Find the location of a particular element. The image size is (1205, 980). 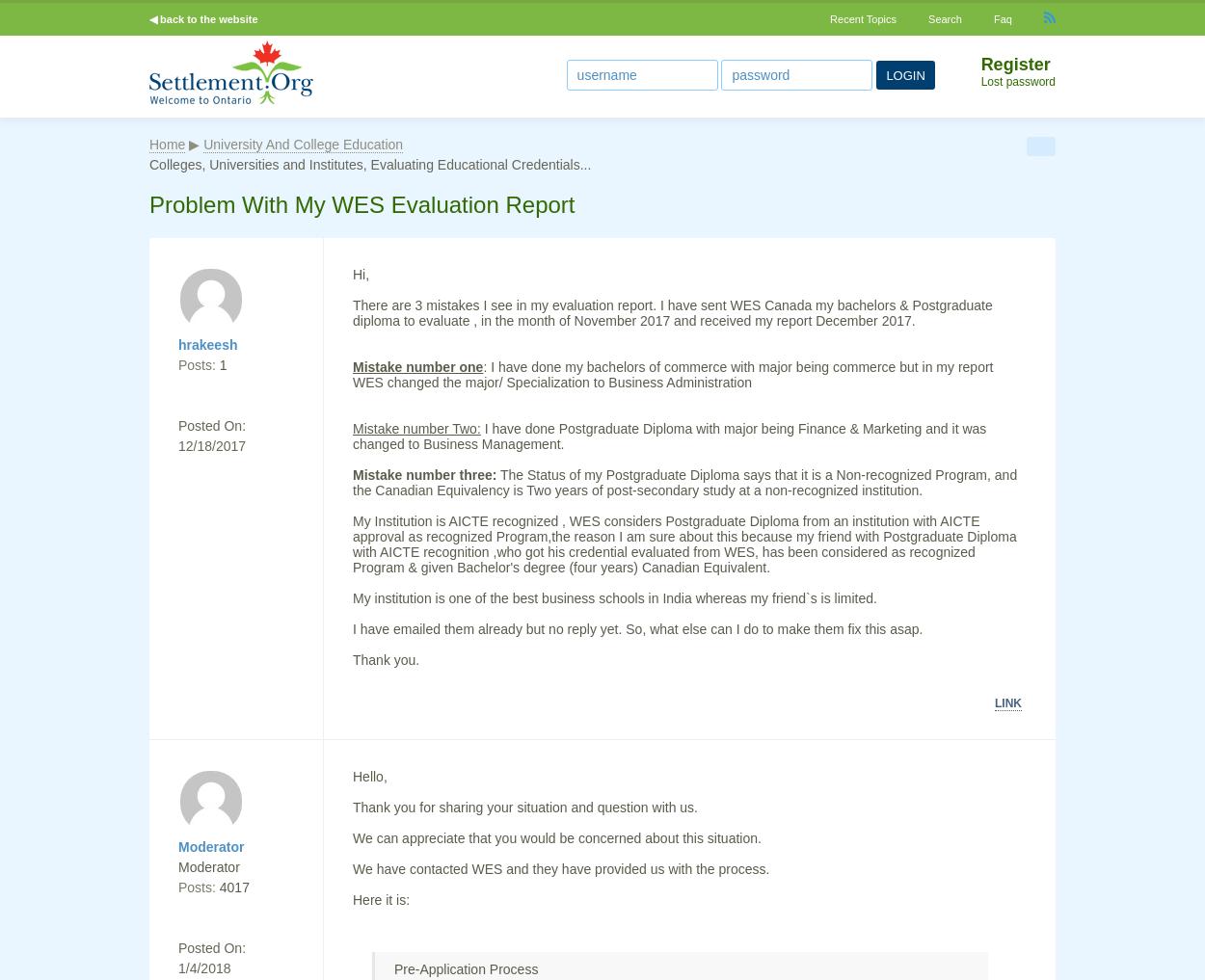

'Mistake number one' is located at coordinates (417, 365).